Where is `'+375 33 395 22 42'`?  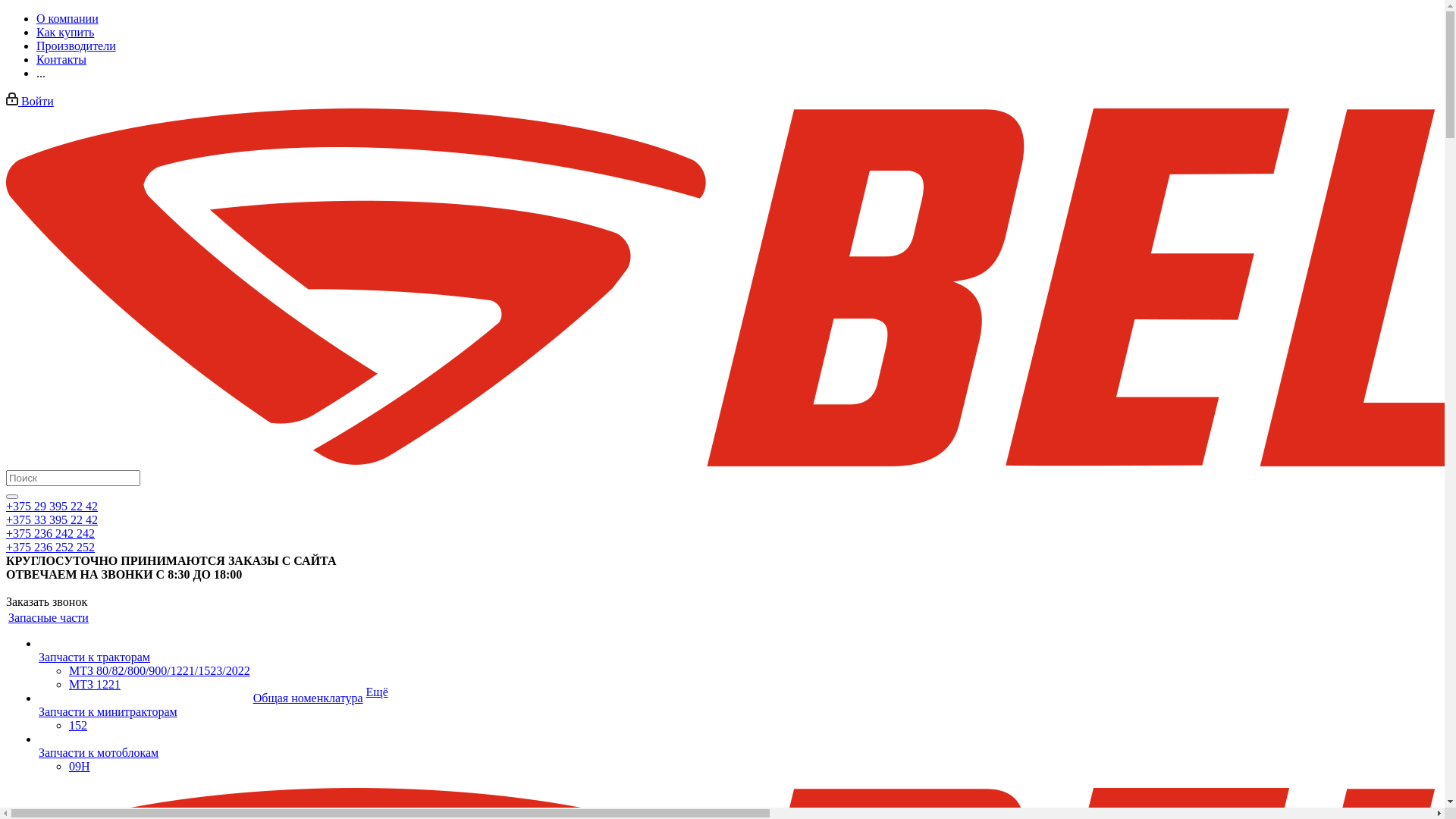
'+375 33 395 22 42' is located at coordinates (52, 519).